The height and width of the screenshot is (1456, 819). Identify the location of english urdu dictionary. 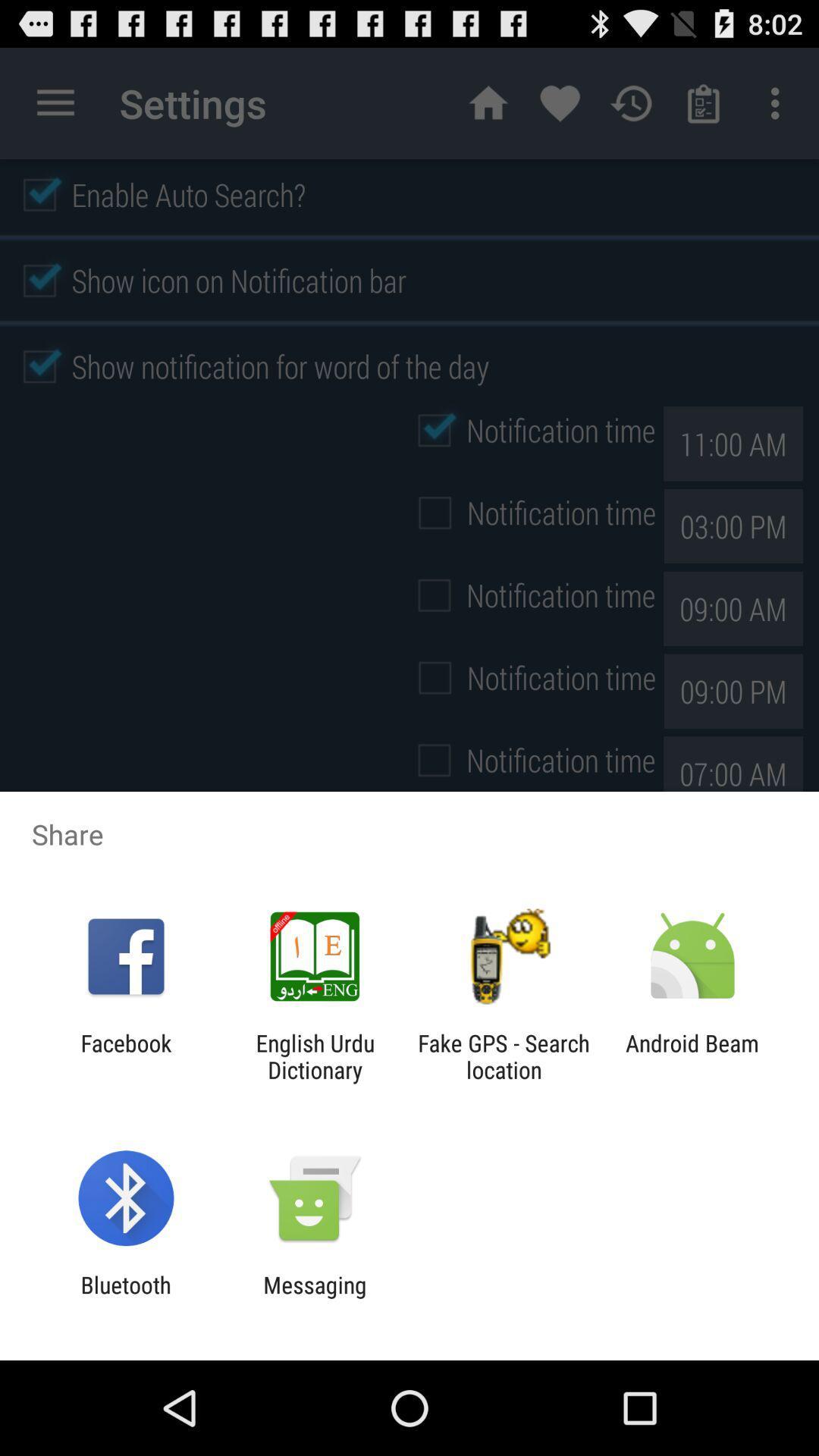
(314, 1056).